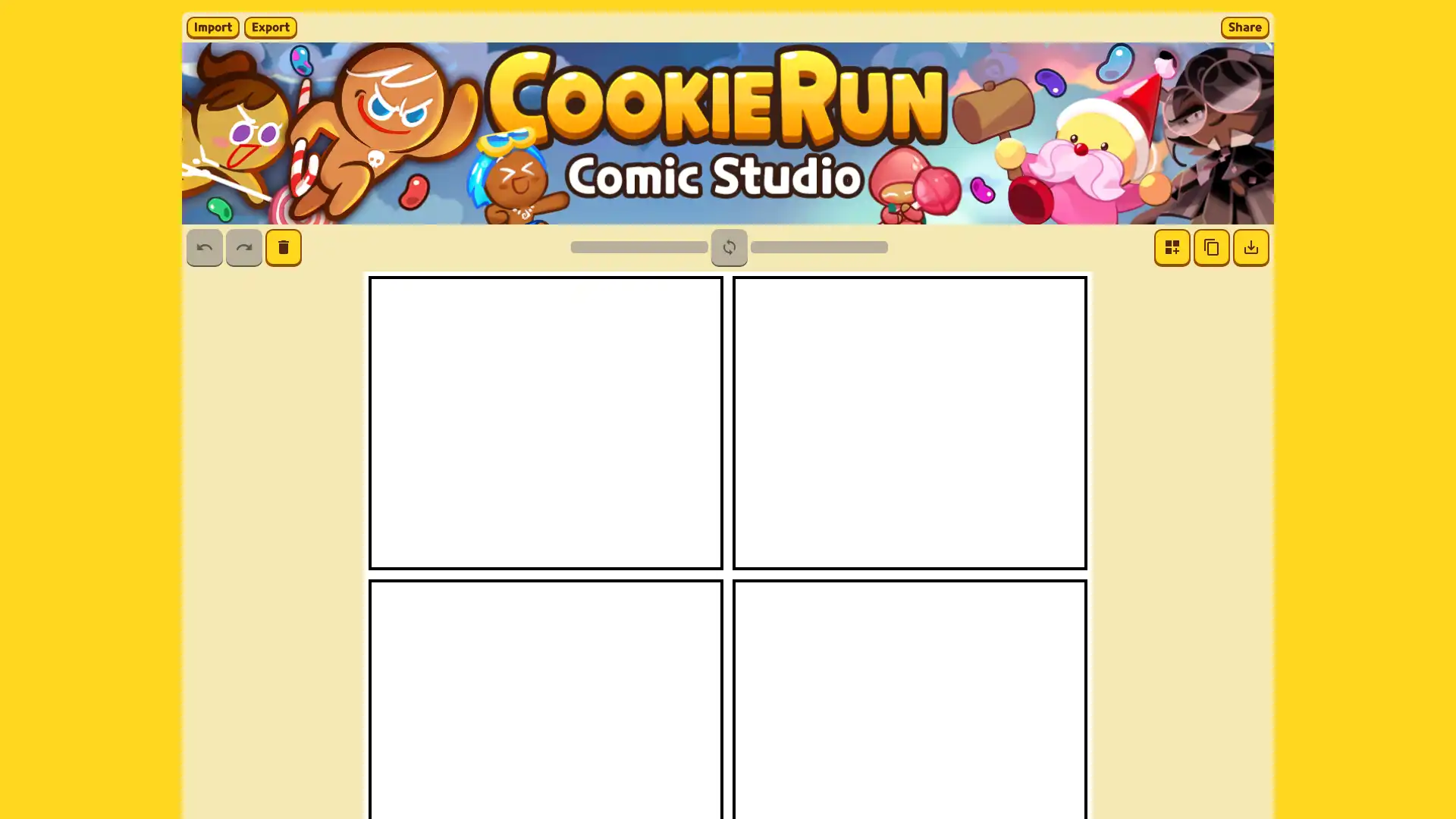 The image size is (1456, 819). What do you see at coordinates (243, 246) in the screenshot?
I see `redo` at bounding box center [243, 246].